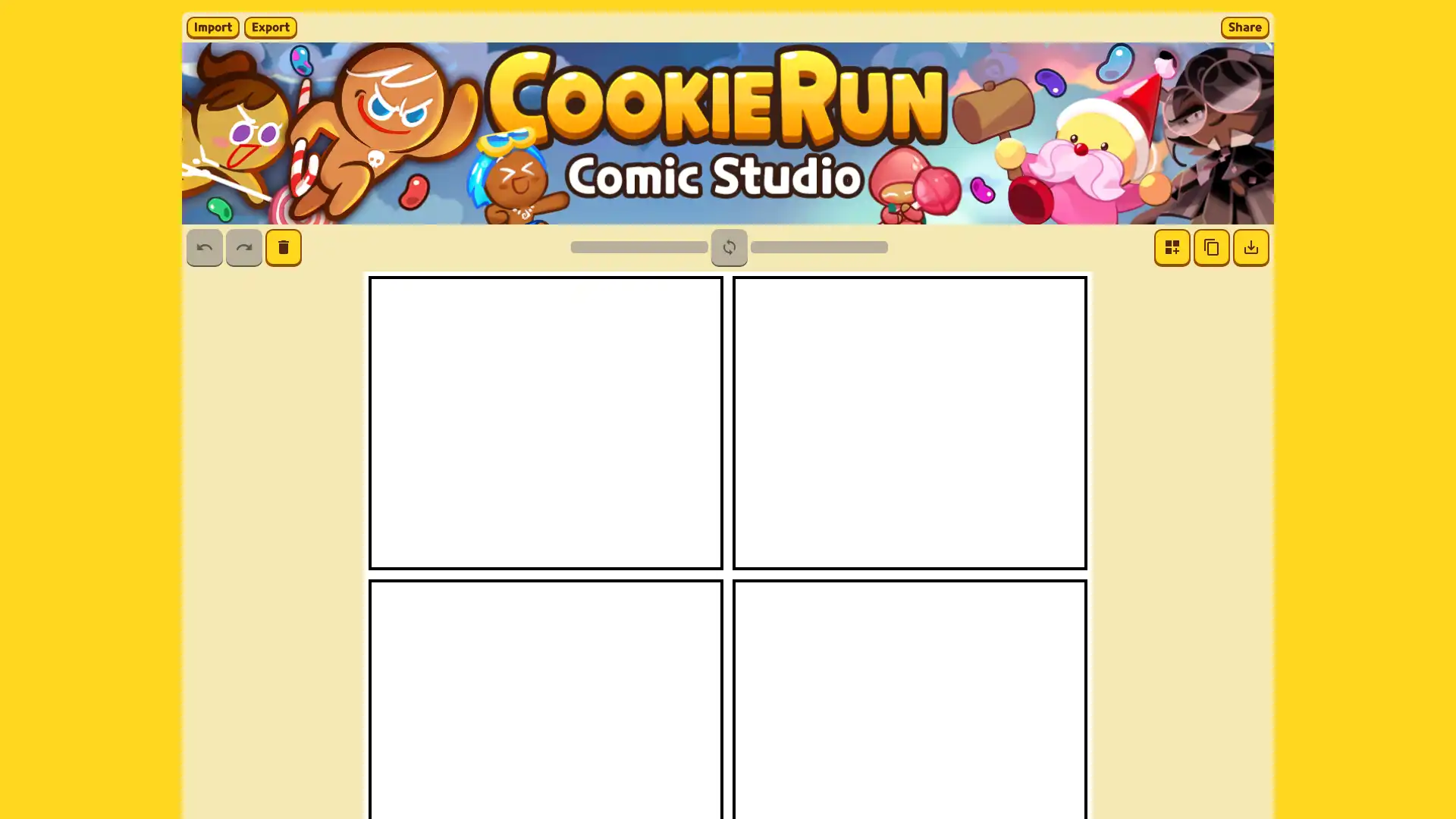 The image size is (1456, 819). What do you see at coordinates (243, 246) in the screenshot?
I see `redo` at bounding box center [243, 246].